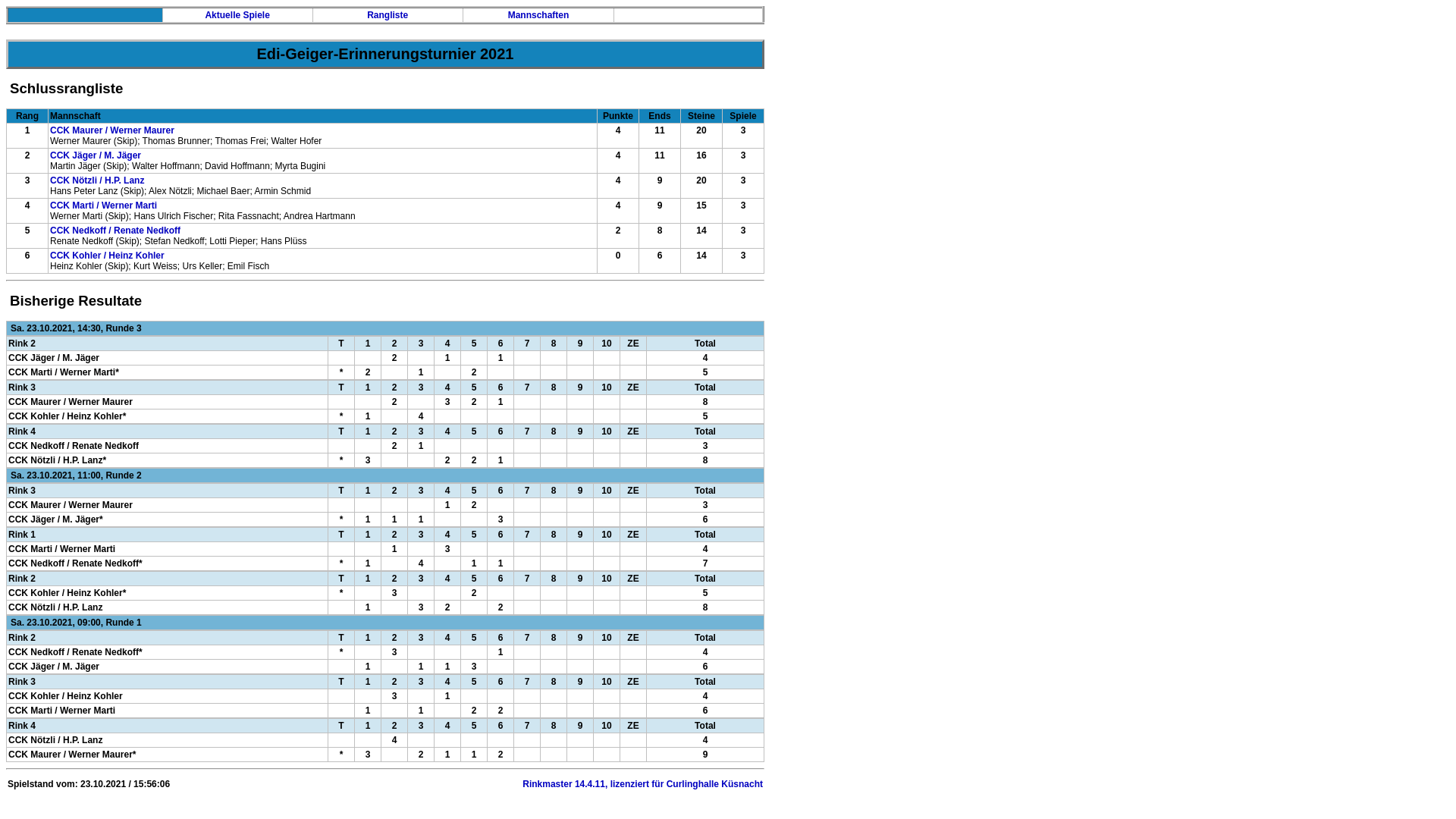 Image resolution: width=1456 pixels, height=819 pixels. Describe the element at coordinates (538, 14) in the screenshot. I see `'Mannschaften'` at that location.